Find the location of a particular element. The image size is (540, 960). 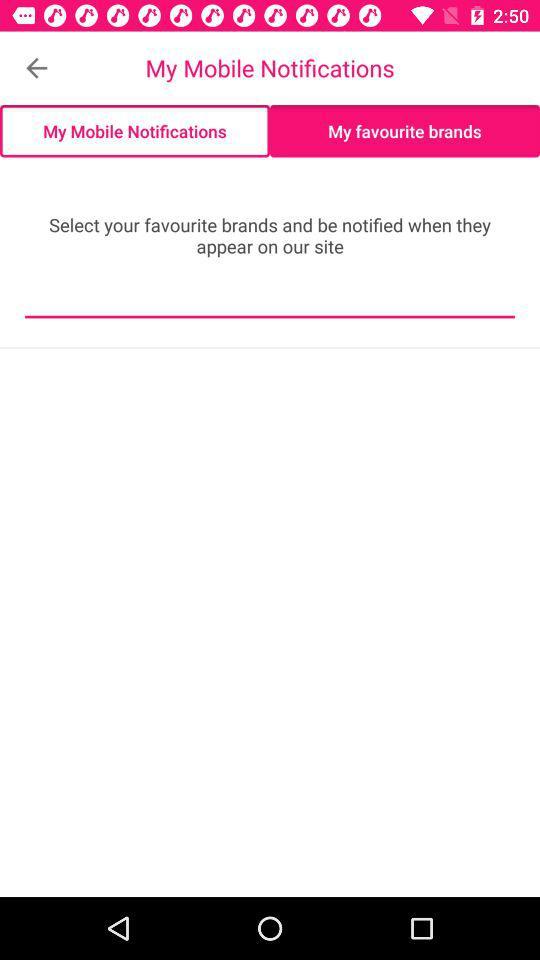

the icon above the my mobile notifications icon is located at coordinates (36, 68).